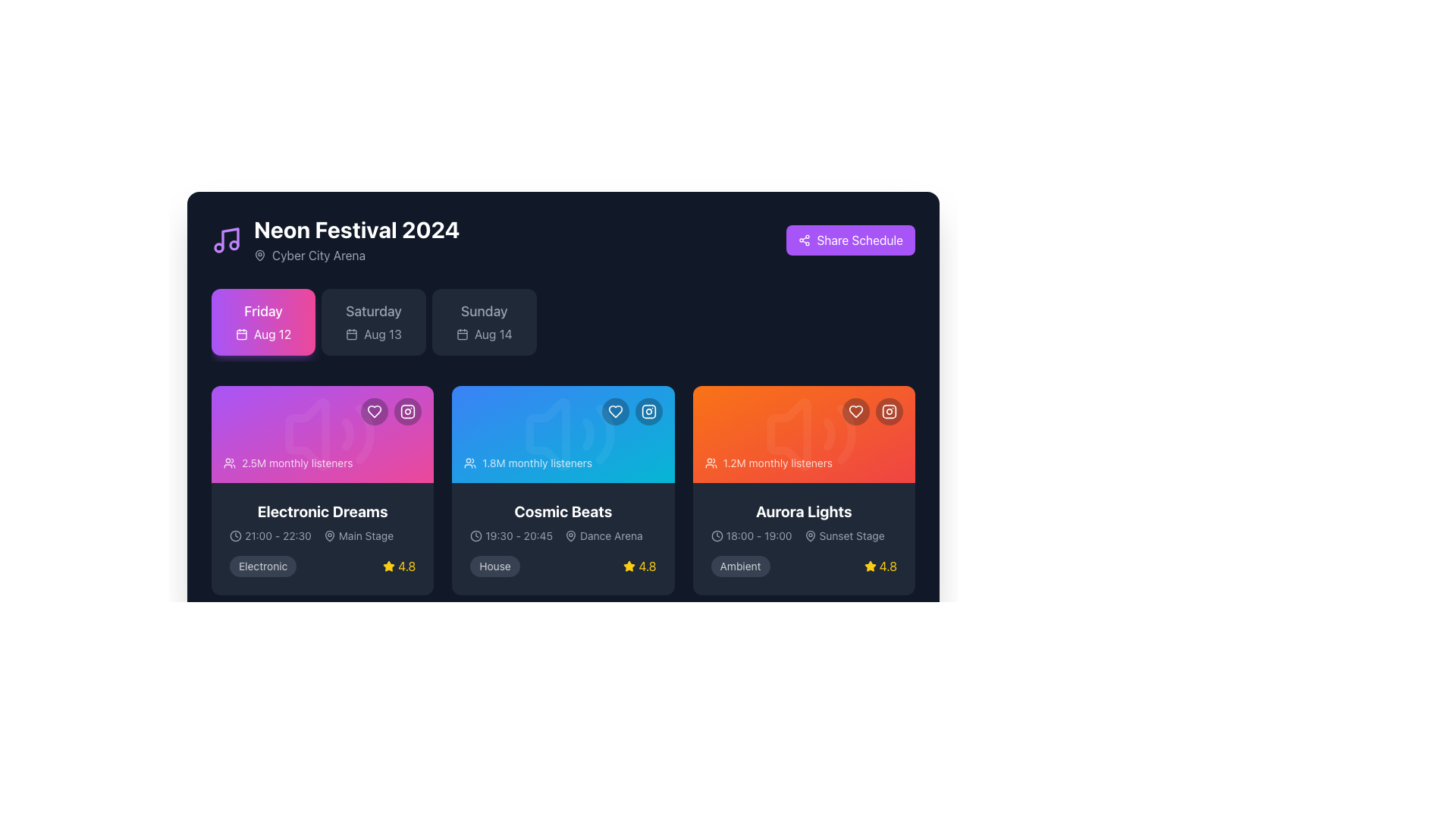 This screenshot has height=819, width=1456. What do you see at coordinates (272, 333) in the screenshot?
I see `the text 'Aug 12' displayed in a bold, white font on a lively pink background, part of a styled button or tag with a calendar icon` at bounding box center [272, 333].